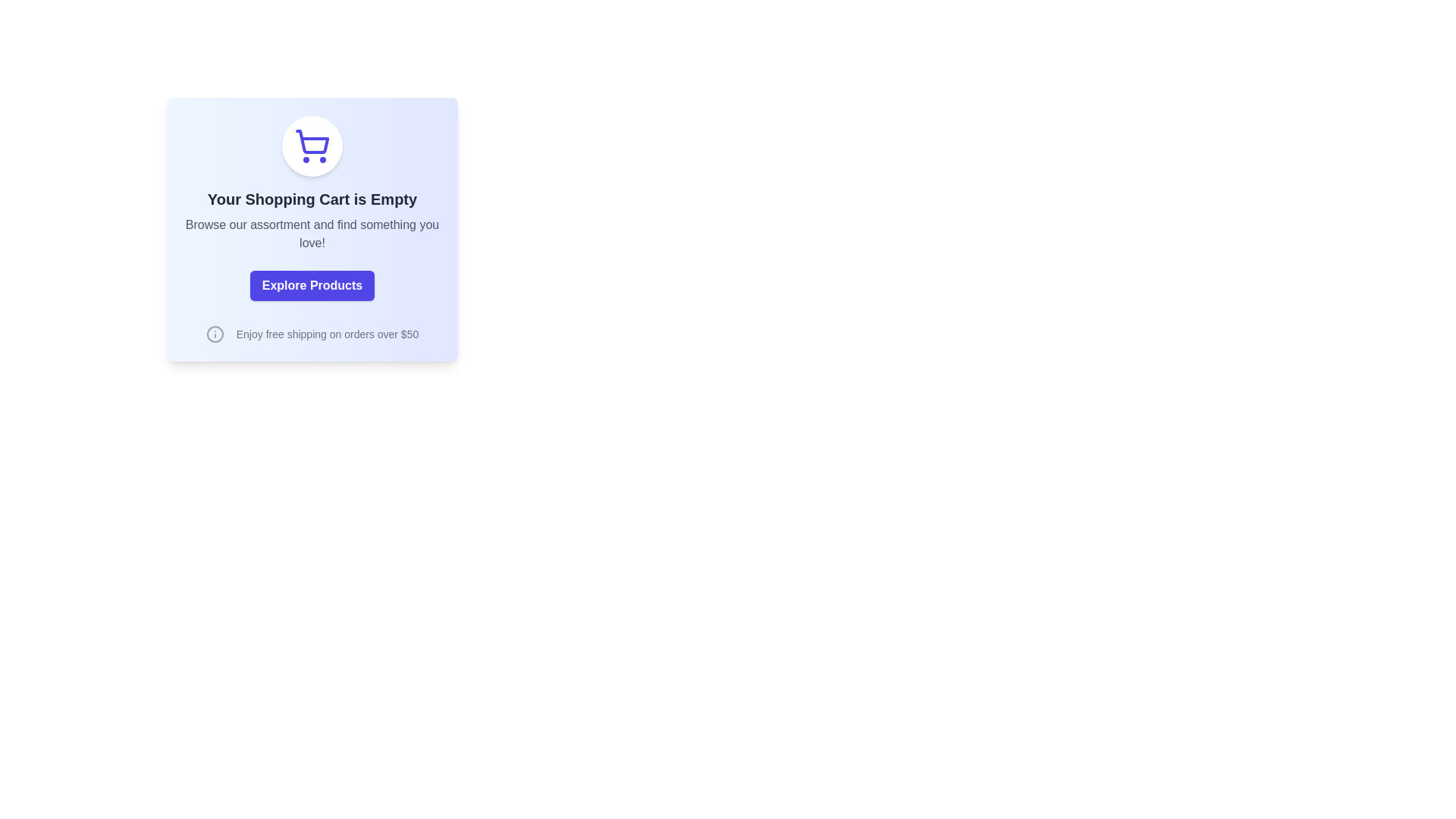 This screenshot has width=1456, height=819. I want to click on the Informational Label that contains the text 'Enjoy free shipping on orders over $50' and an encircled 'i' icon, located below the 'Explore Products' button, so click(312, 333).